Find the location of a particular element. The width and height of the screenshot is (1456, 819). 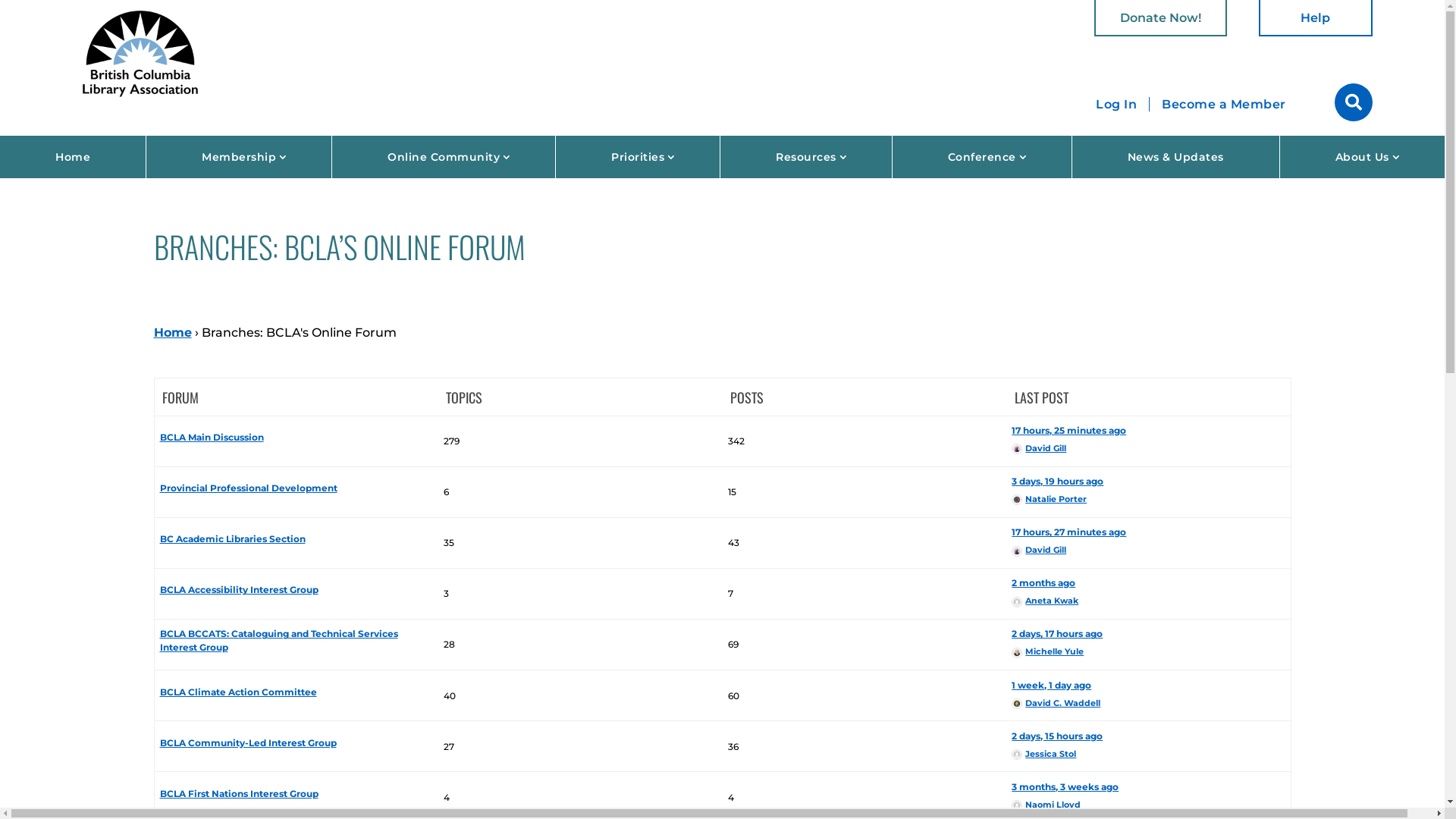

'Resources' is located at coordinates (805, 157).